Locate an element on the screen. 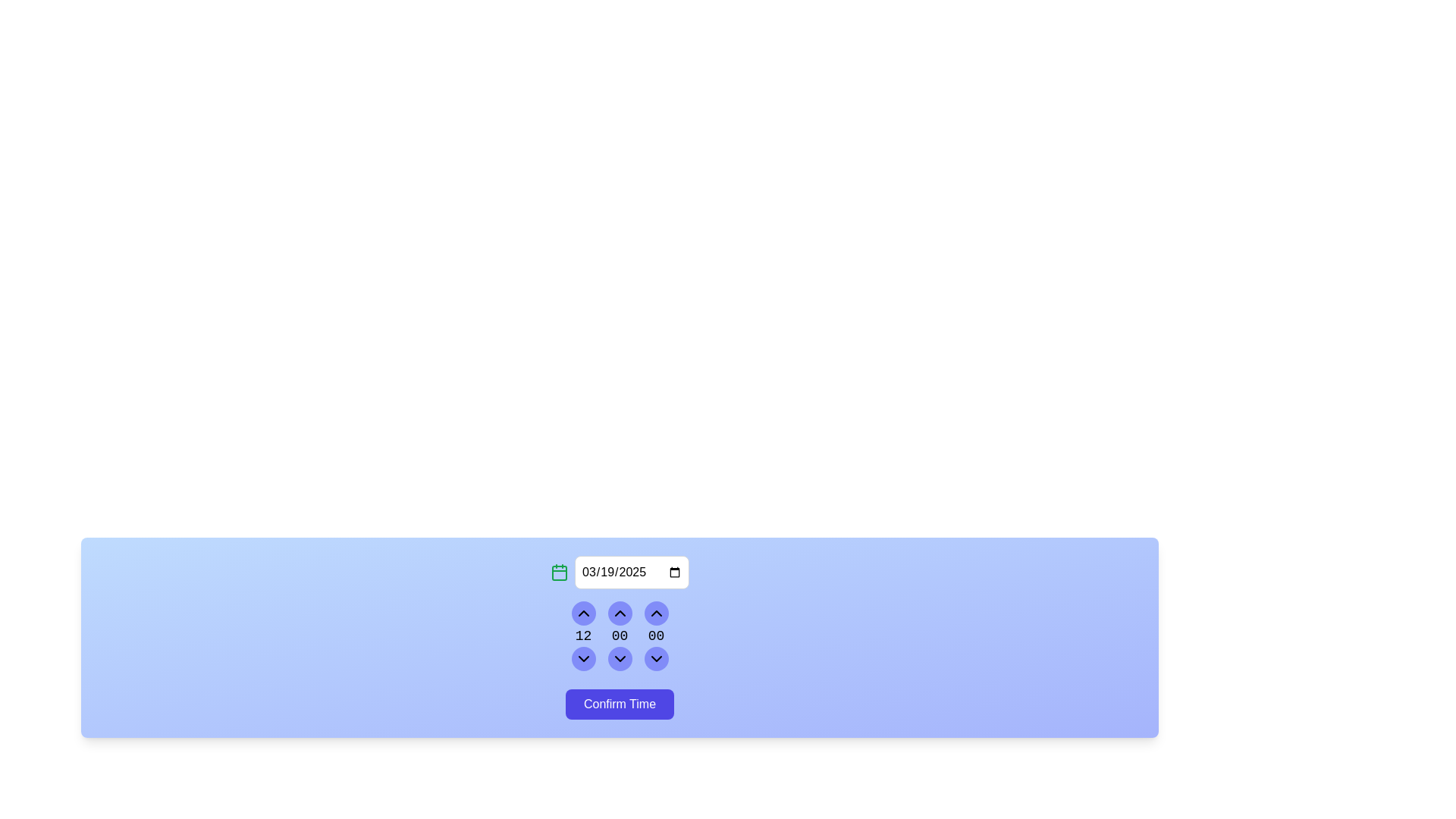  the non-interactive calendar icon element located on the left side of the date input field labeled '03/19/2025' is located at coordinates (559, 573).